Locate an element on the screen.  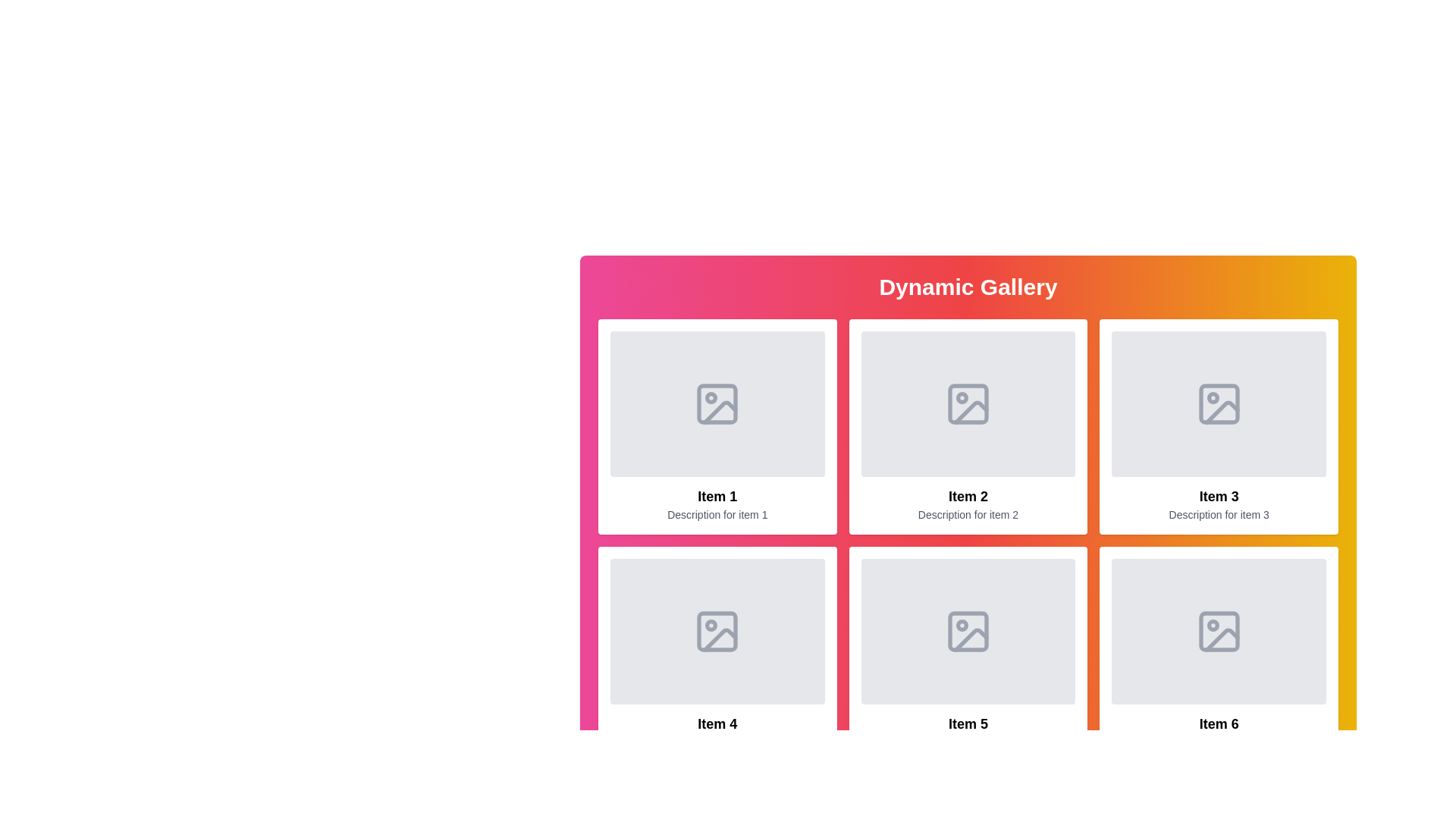
the small square with rounded corners styled in a light neutral color that serves as a non-interactive placeholder for an image inside the 'Item 4' card in the gallery layout is located at coordinates (717, 632).